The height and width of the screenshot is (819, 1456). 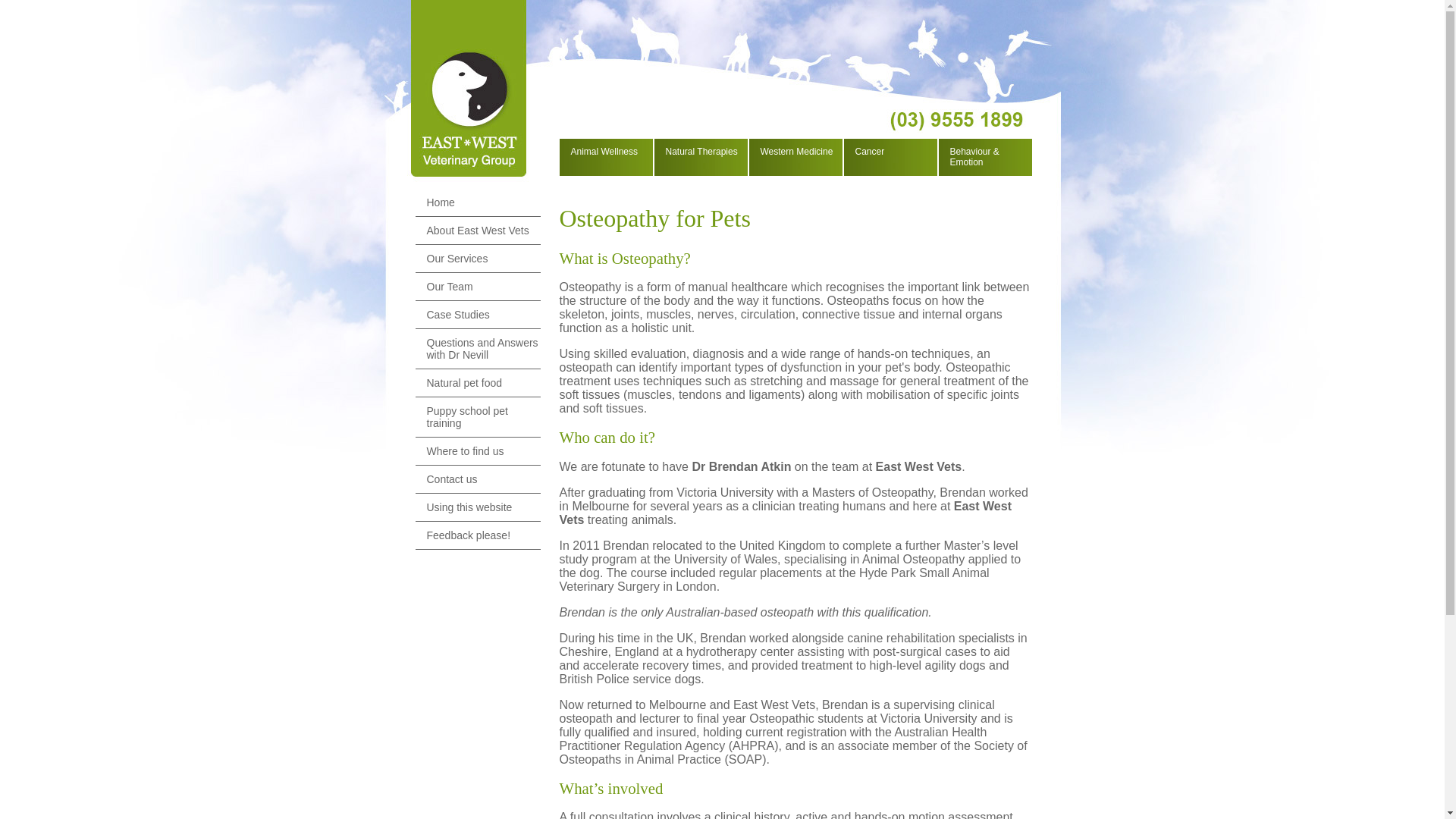 I want to click on 'Home', so click(x=477, y=202).